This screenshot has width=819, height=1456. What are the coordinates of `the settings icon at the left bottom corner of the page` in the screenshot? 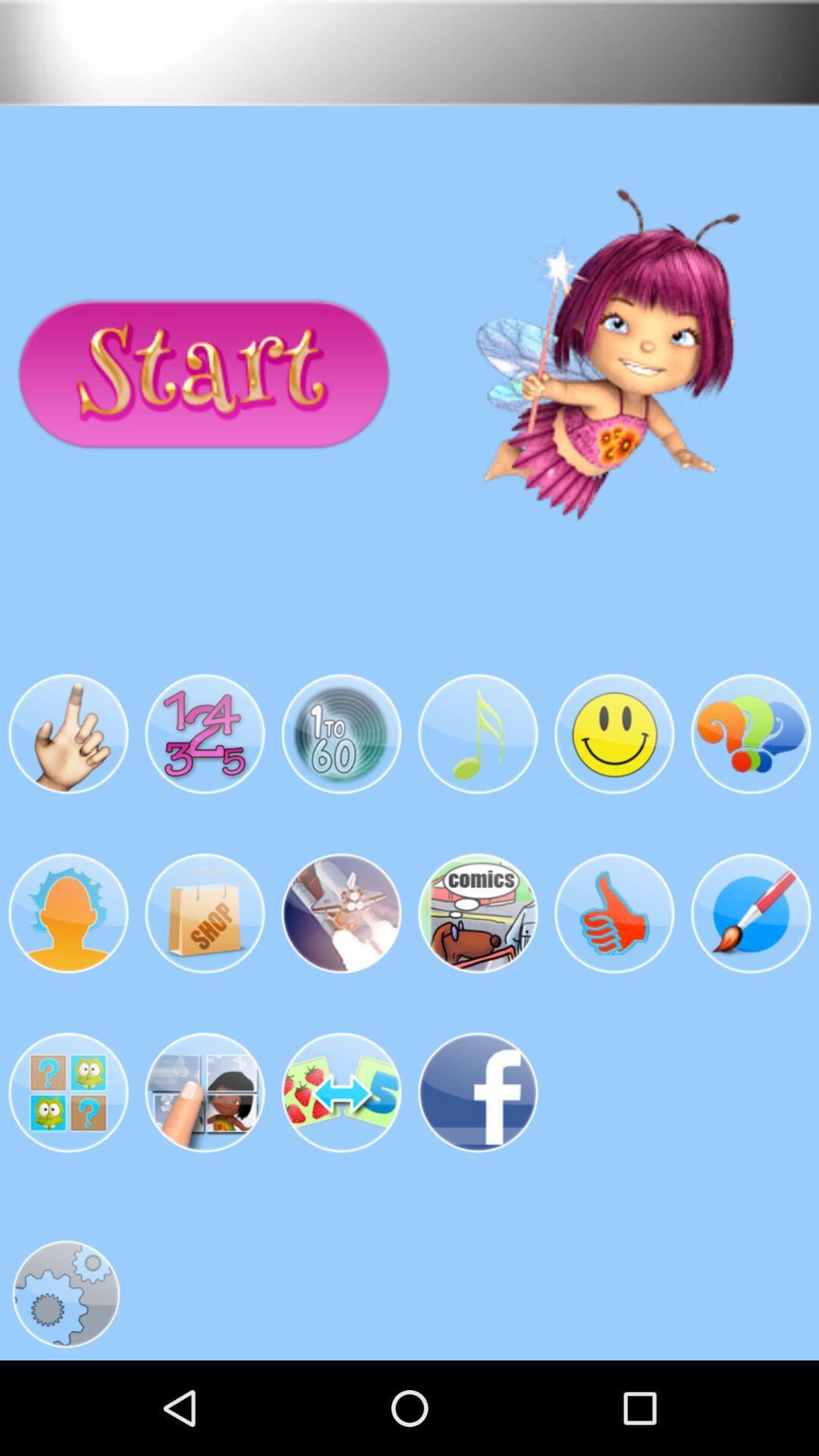 It's located at (65, 1294).